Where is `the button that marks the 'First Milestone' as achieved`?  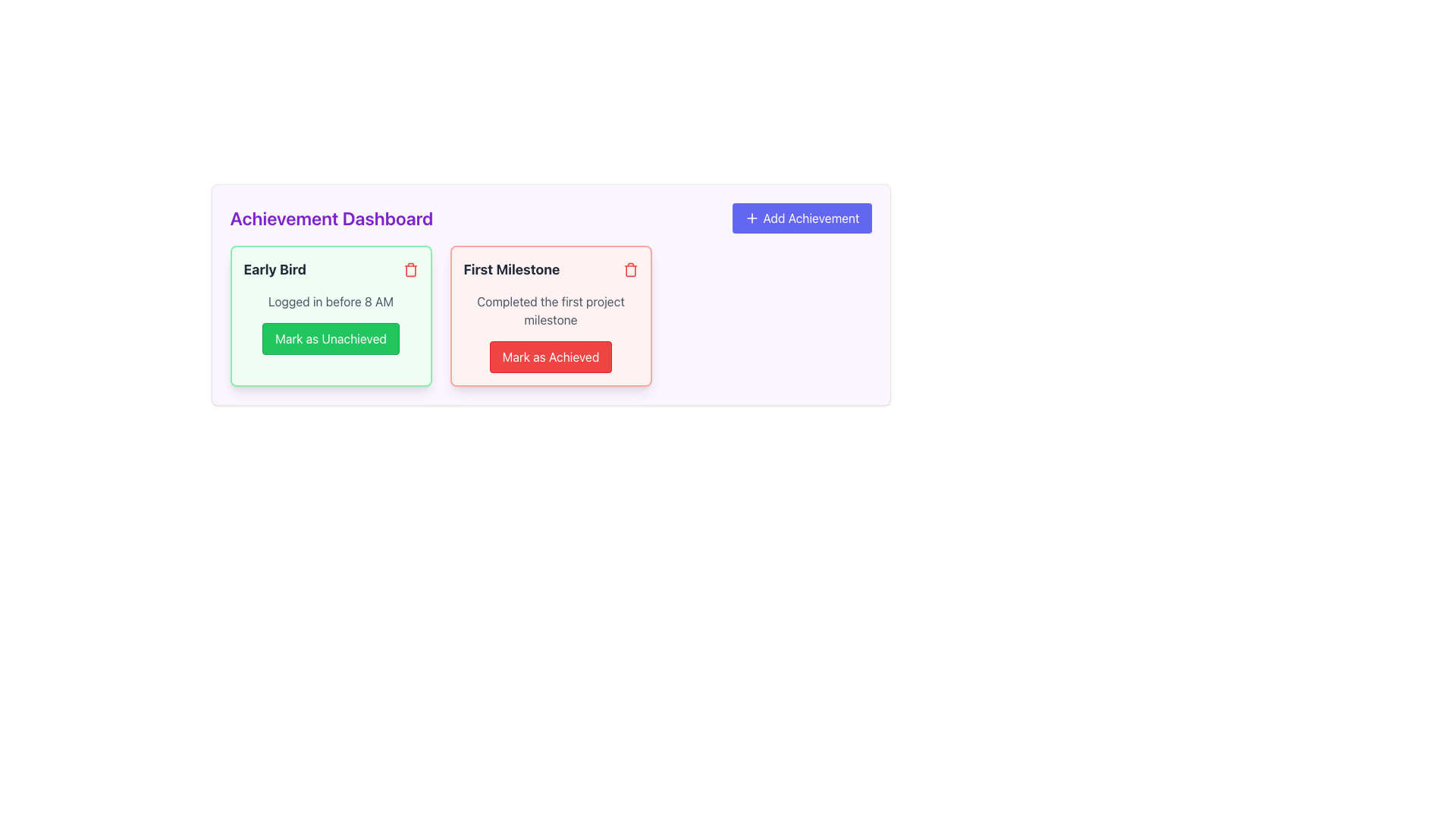 the button that marks the 'First Milestone' as achieved is located at coordinates (550, 356).